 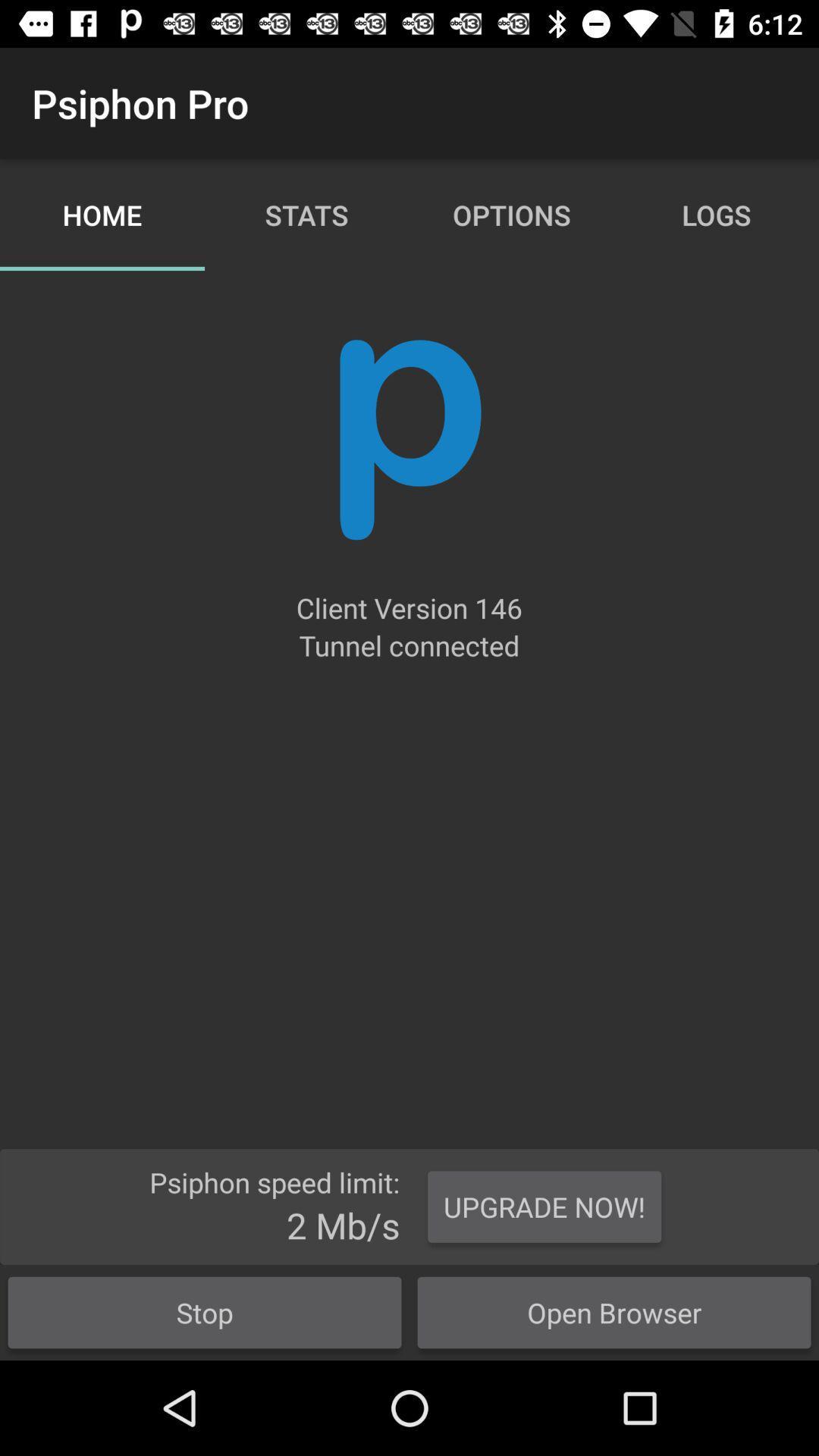 I want to click on the item below tunnel connected app, so click(x=544, y=1206).